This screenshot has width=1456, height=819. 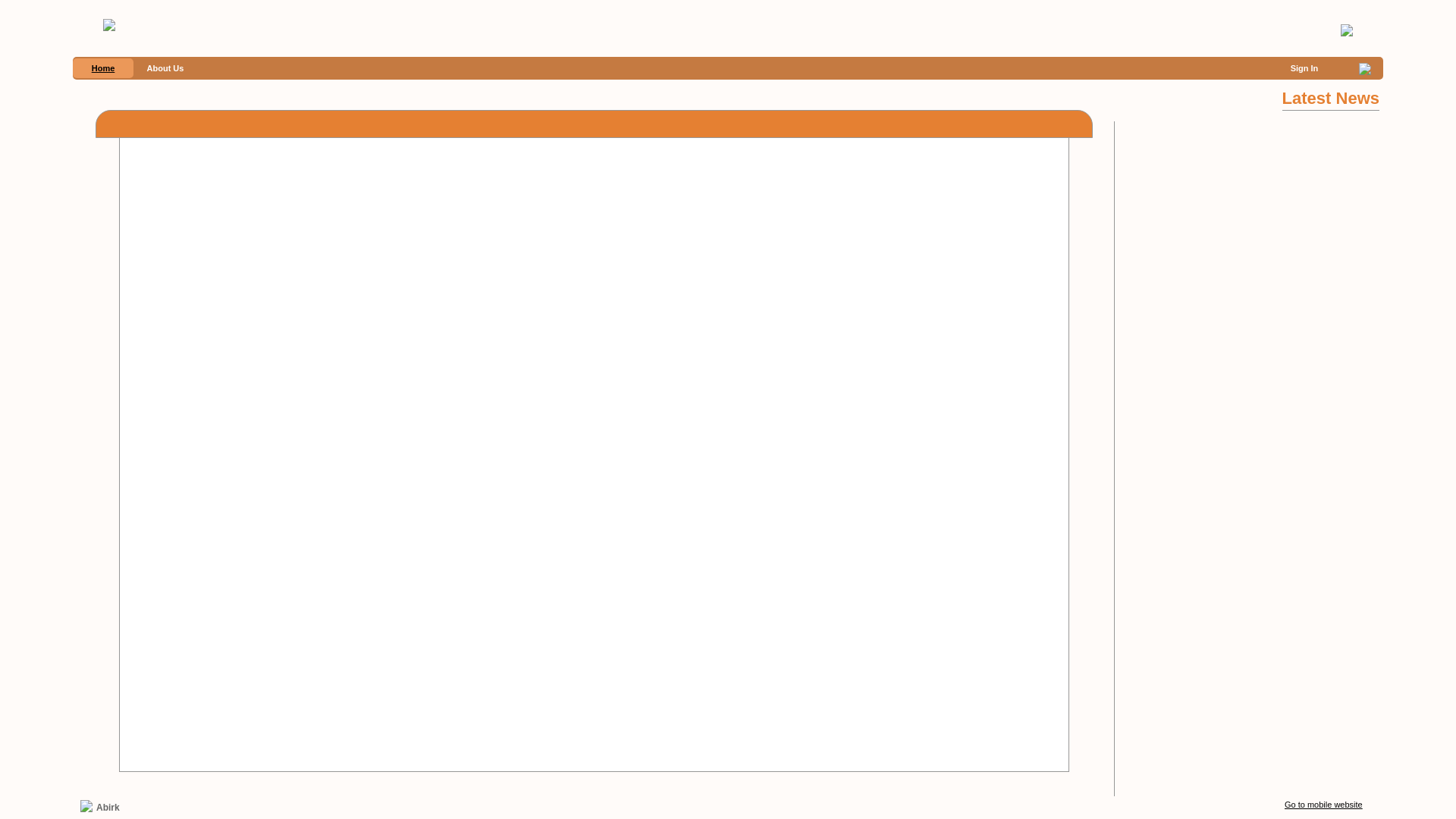 What do you see at coordinates (1303, 67) in the screenshot?
I see `'Sign In'` at bounding box center [1303, 67].